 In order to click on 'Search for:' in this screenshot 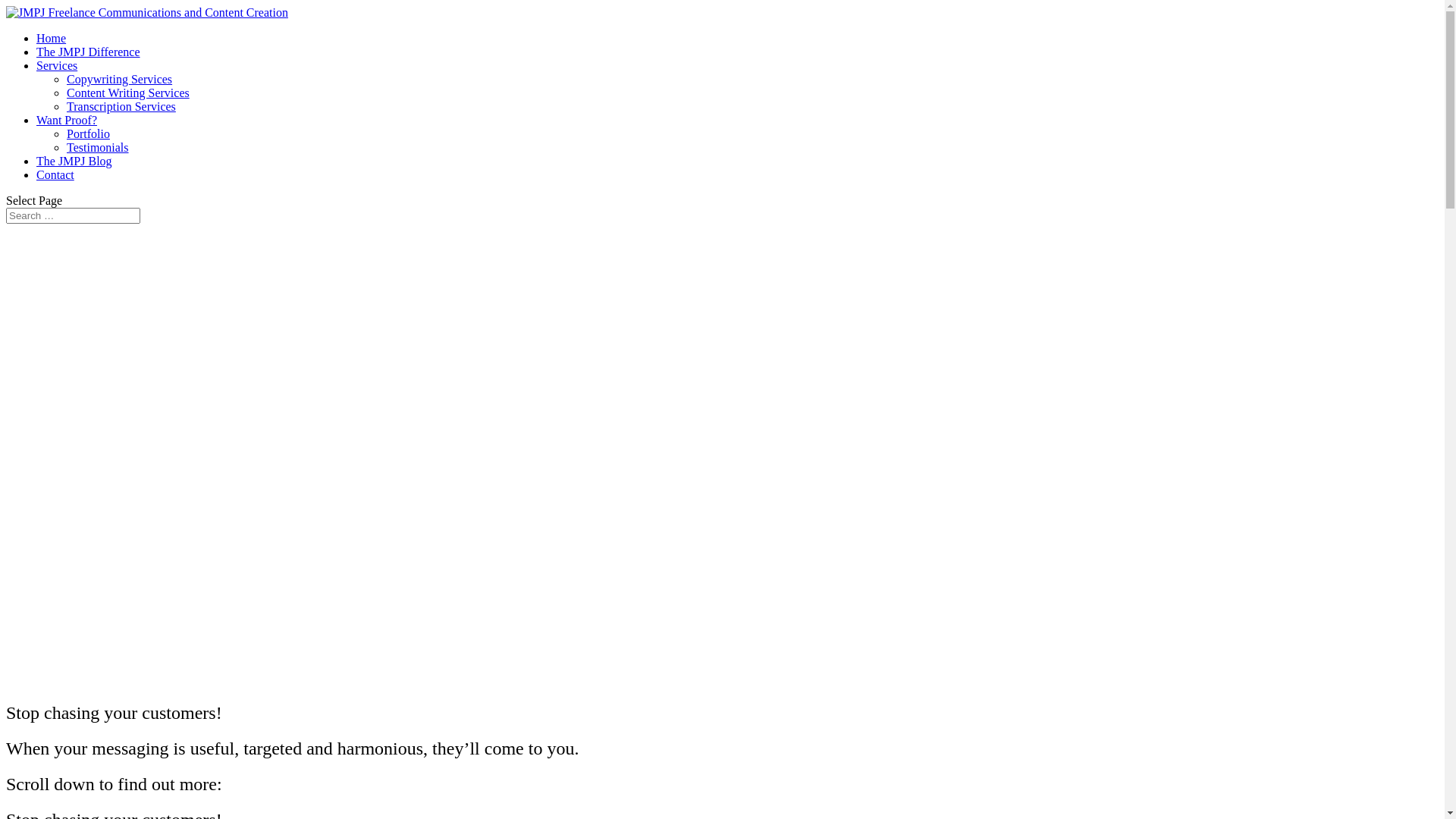, I will do `click(6, 215)`.